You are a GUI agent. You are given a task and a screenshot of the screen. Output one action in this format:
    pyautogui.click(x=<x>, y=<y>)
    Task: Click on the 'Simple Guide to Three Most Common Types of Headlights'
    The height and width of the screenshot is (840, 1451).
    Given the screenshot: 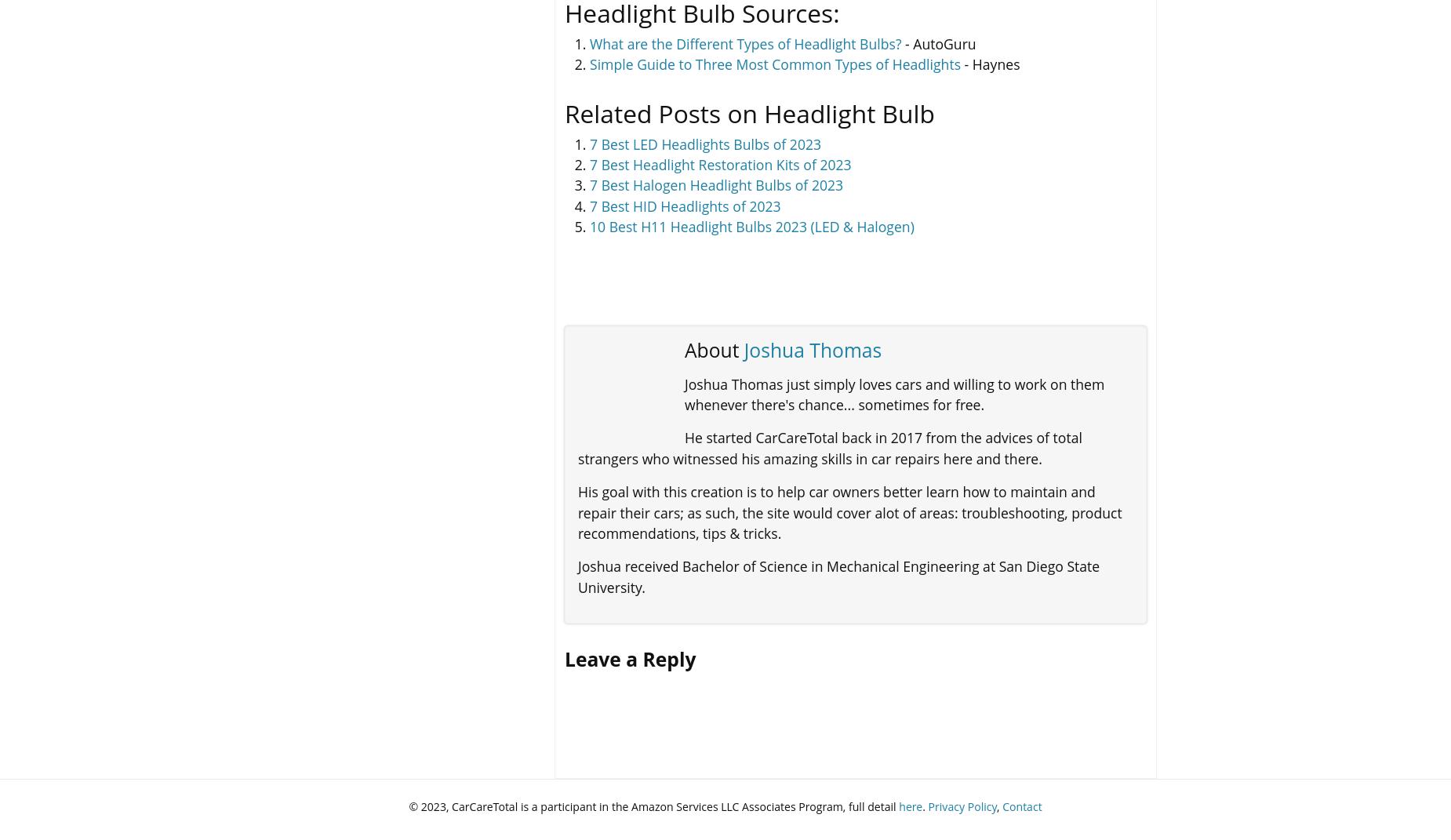 What is the action you would take?
    pyautogui.click(x=590, y=64)
    